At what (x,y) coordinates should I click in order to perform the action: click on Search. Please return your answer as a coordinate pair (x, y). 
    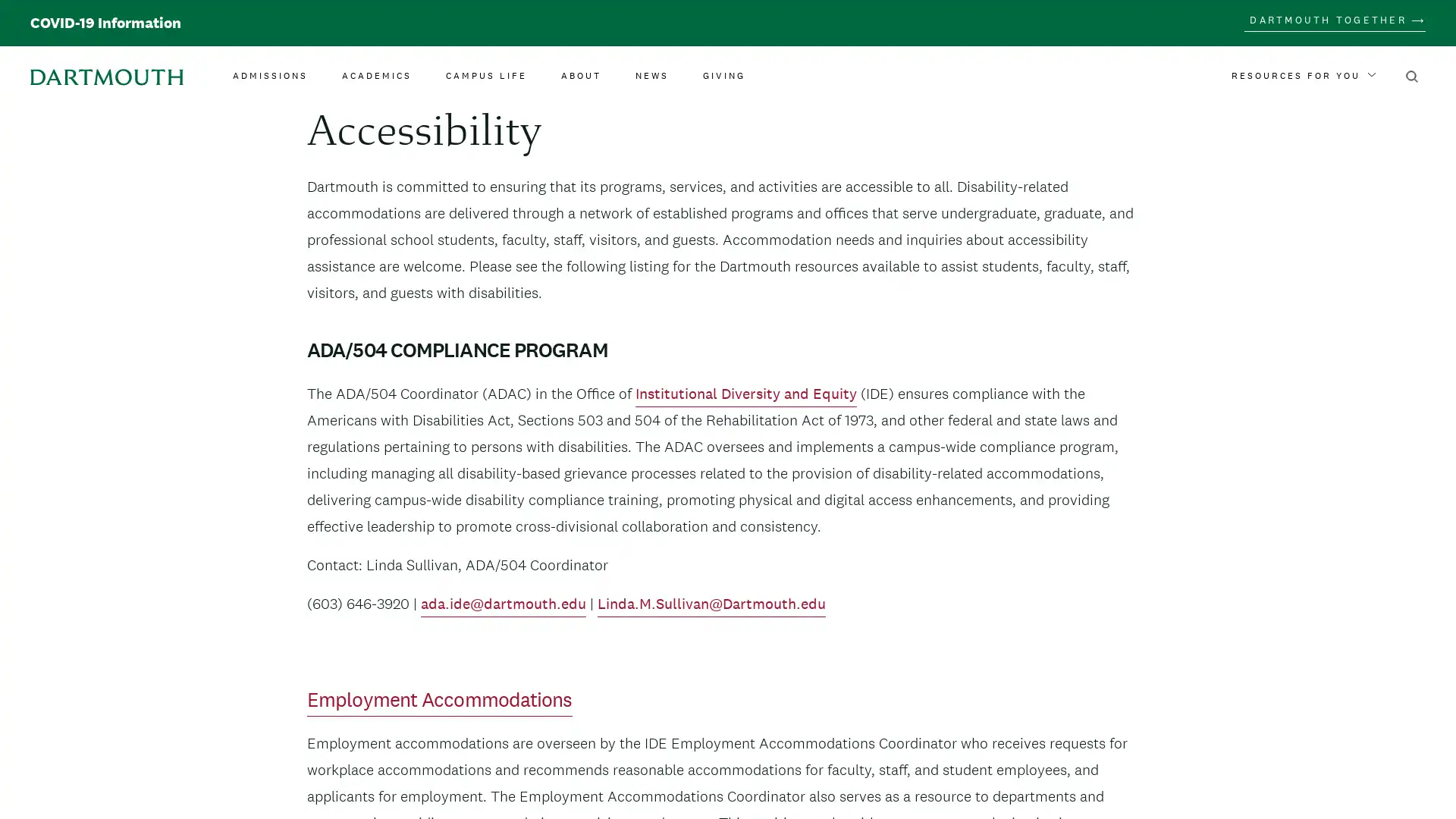
    Looking at the image, I should click on (1411, 76).